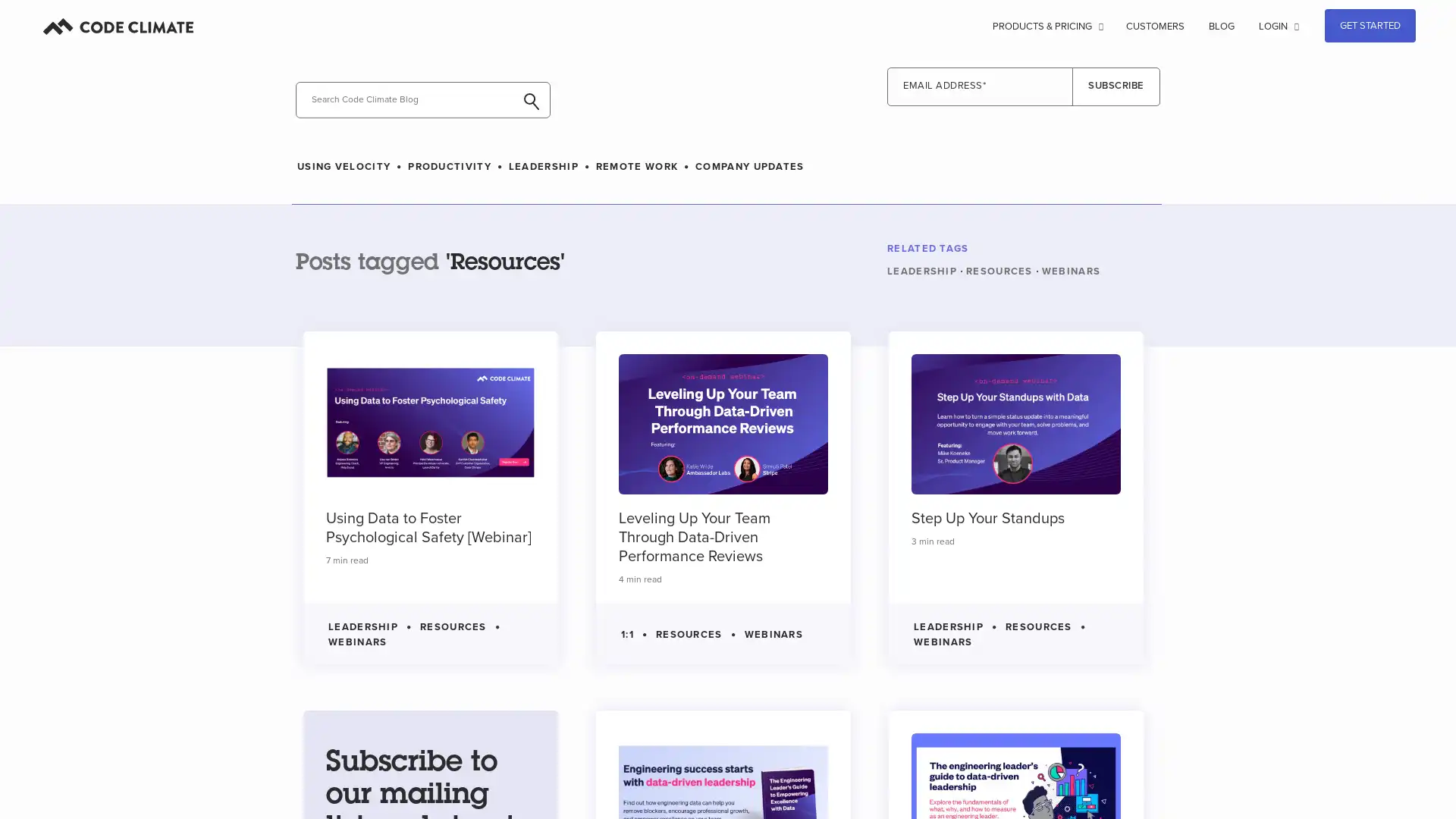 Image resolution: width=1456 pixels, height=819 pixels. I want to click on search_icon, so click(297, 128).